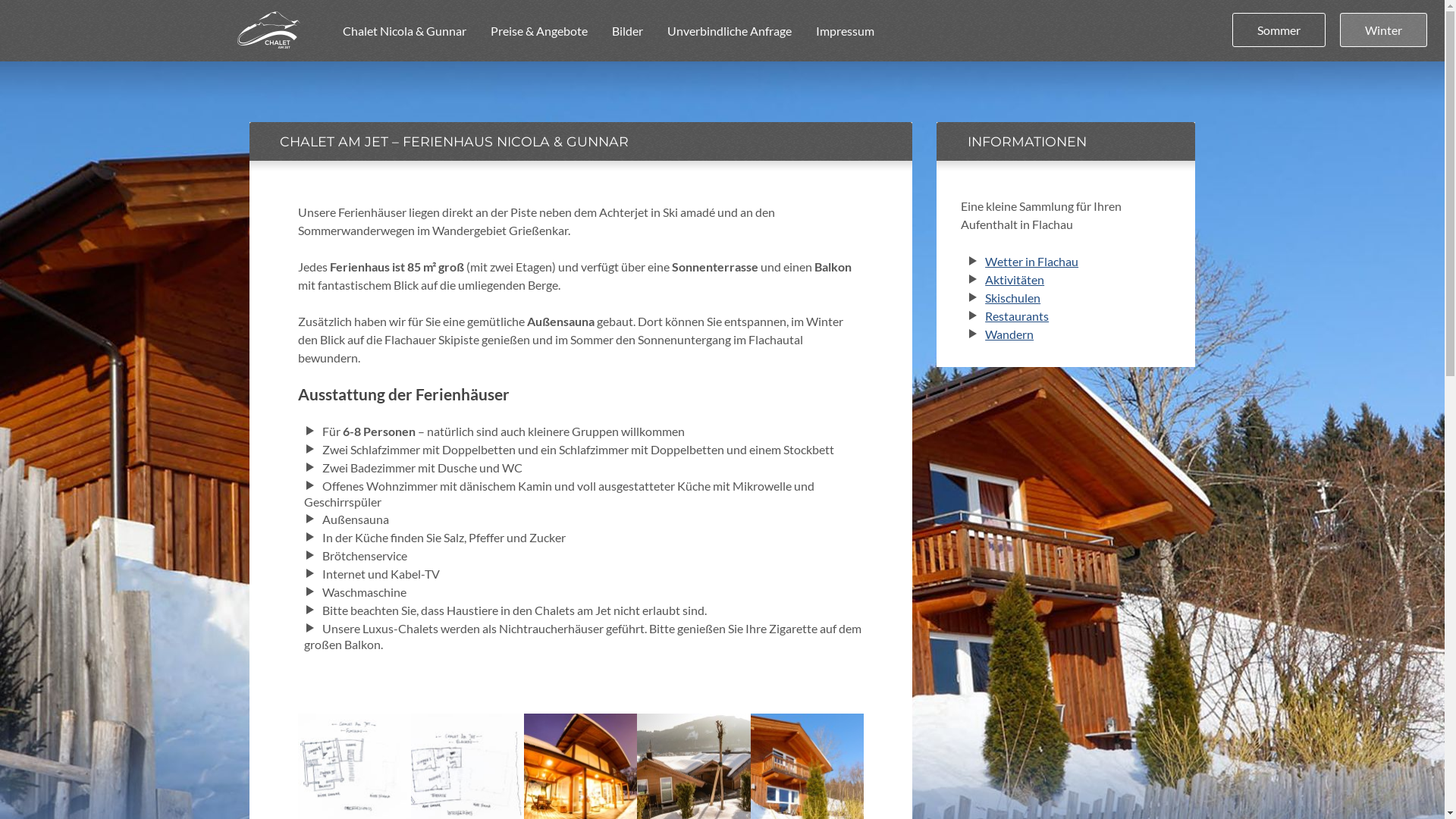 The width and height of the screenshot is (1456, 819). What do you see at coordinates (844, 30) in the screenshot?
I see `'Impressum'` at bounding box center [844, 30].